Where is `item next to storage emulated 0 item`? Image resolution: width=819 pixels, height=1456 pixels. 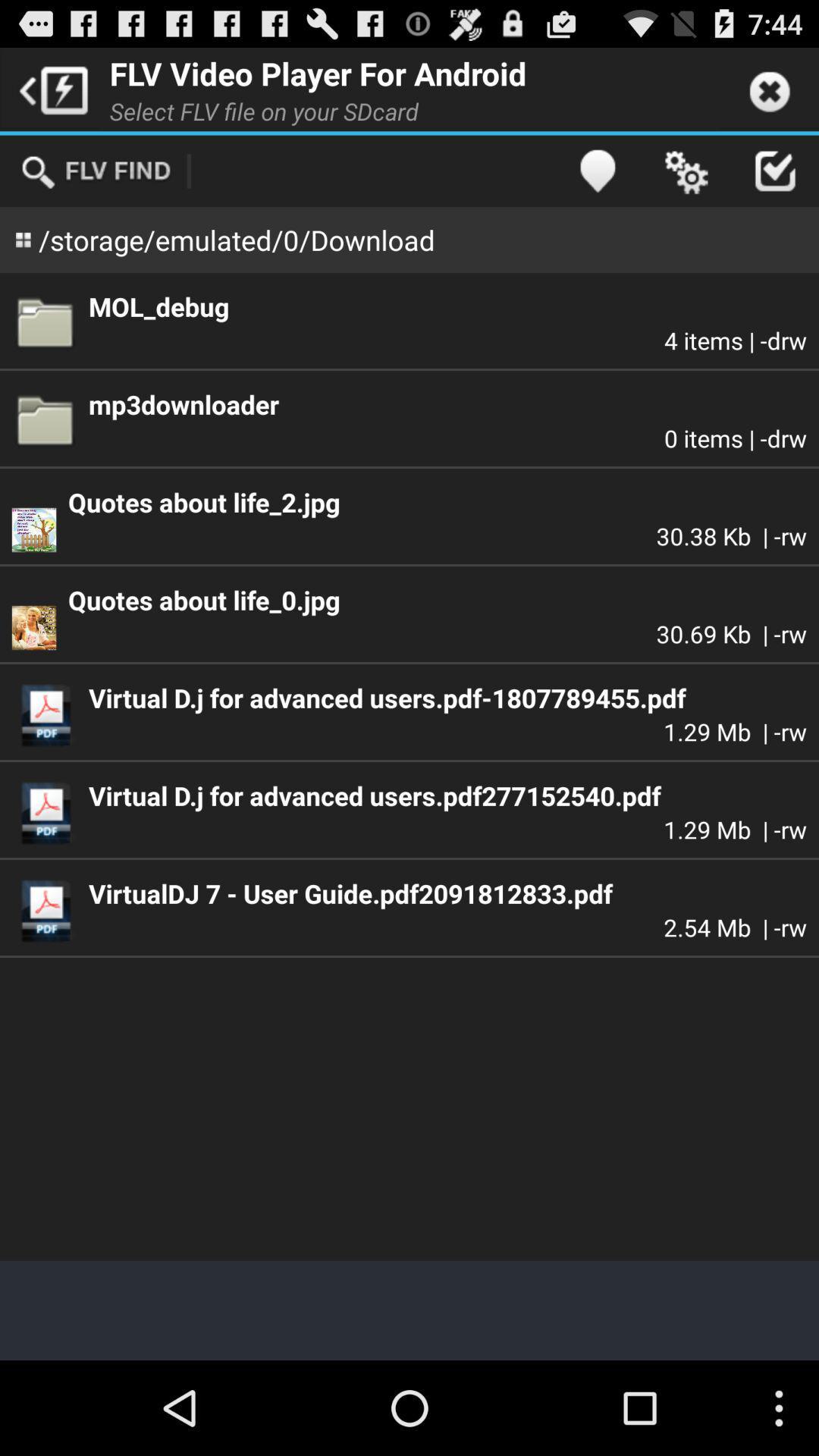
item next to storage emulated 0 item is located at coordinates (596, 171).